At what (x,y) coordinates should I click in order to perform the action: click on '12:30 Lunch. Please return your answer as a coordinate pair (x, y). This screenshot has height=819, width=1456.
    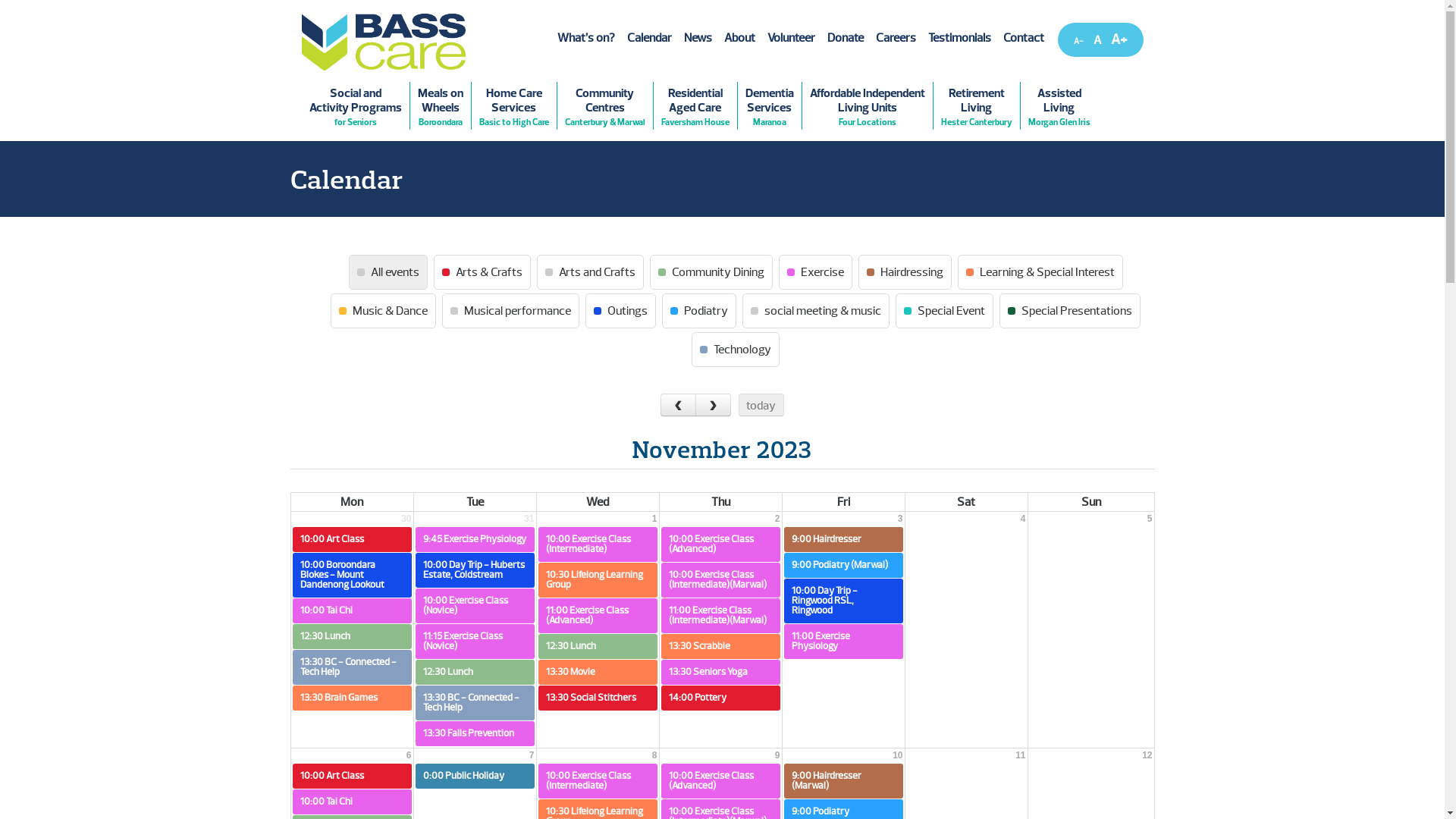
    Looking at the image, I should click on (292, 636).